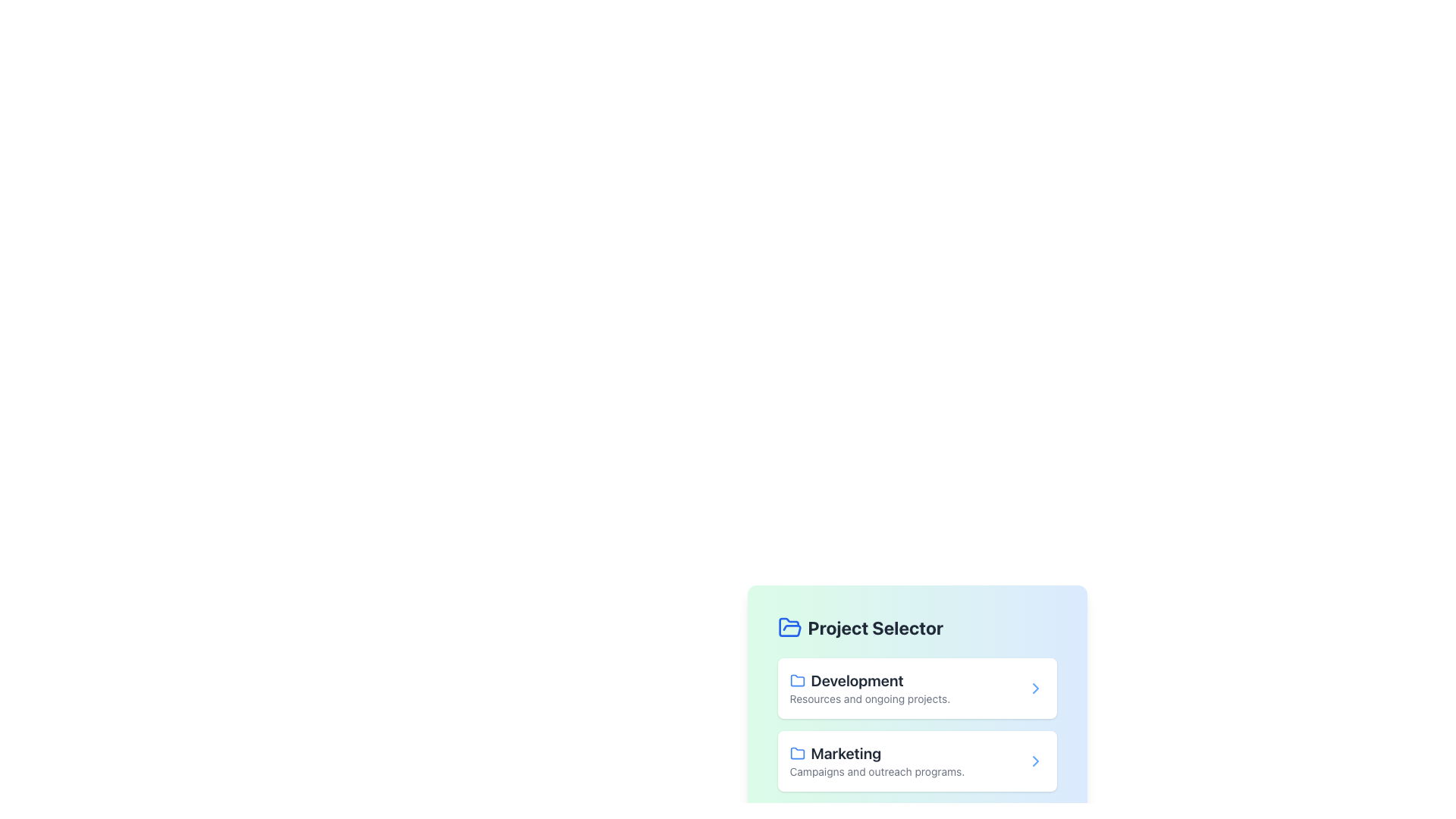 The height and width of the screenshot is (819, 1456). I want to click on the small blue folder icon located next to the text 'Development' in the UI interface as a static icon, so click(796, 680).